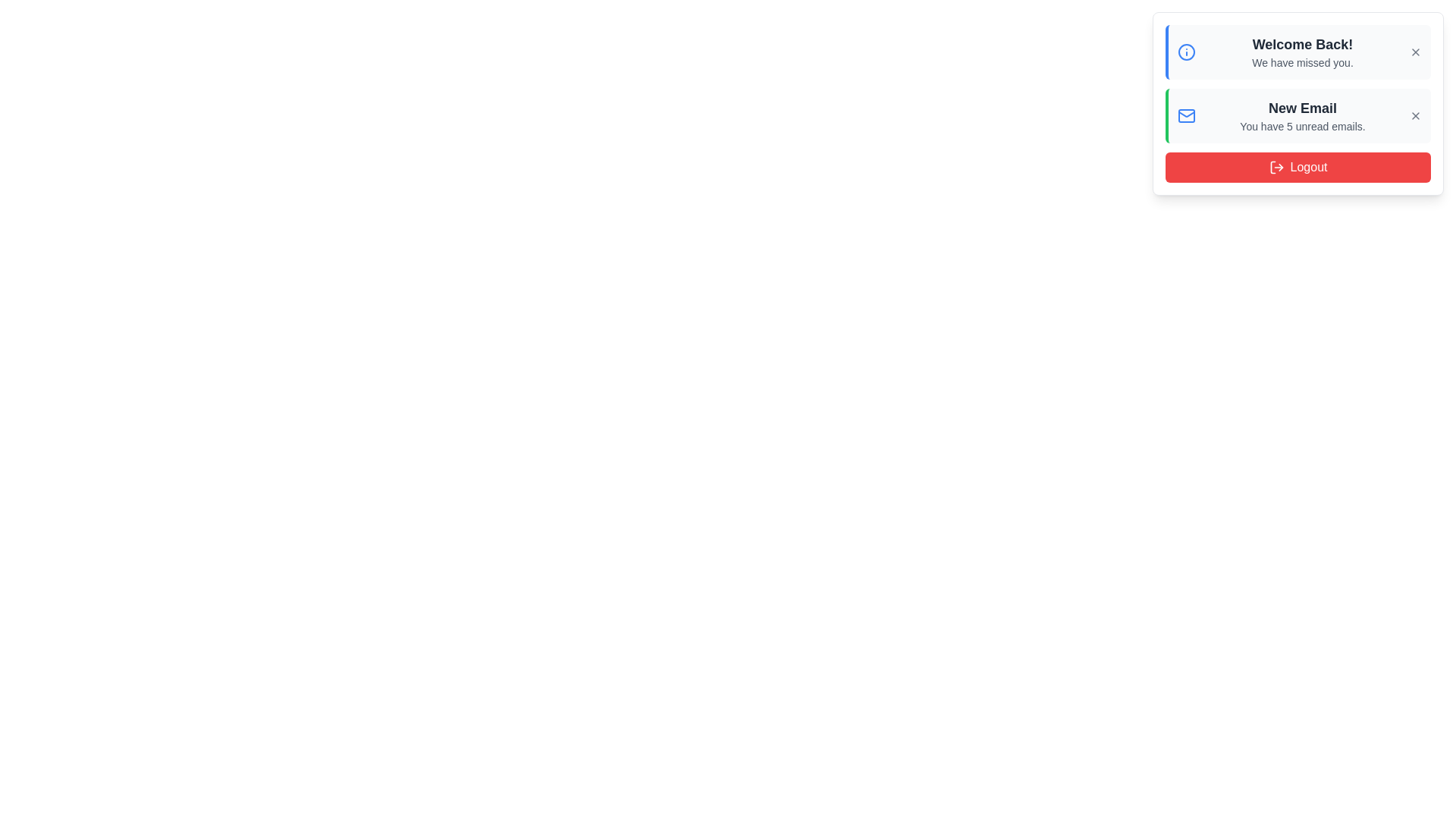 Image resolution: width=1456 pixels, height=819 pixels. I want to click on heading and description of the notification message displaying 'New Email' and 'You have 5 unread emails.', so click(1302, 115).